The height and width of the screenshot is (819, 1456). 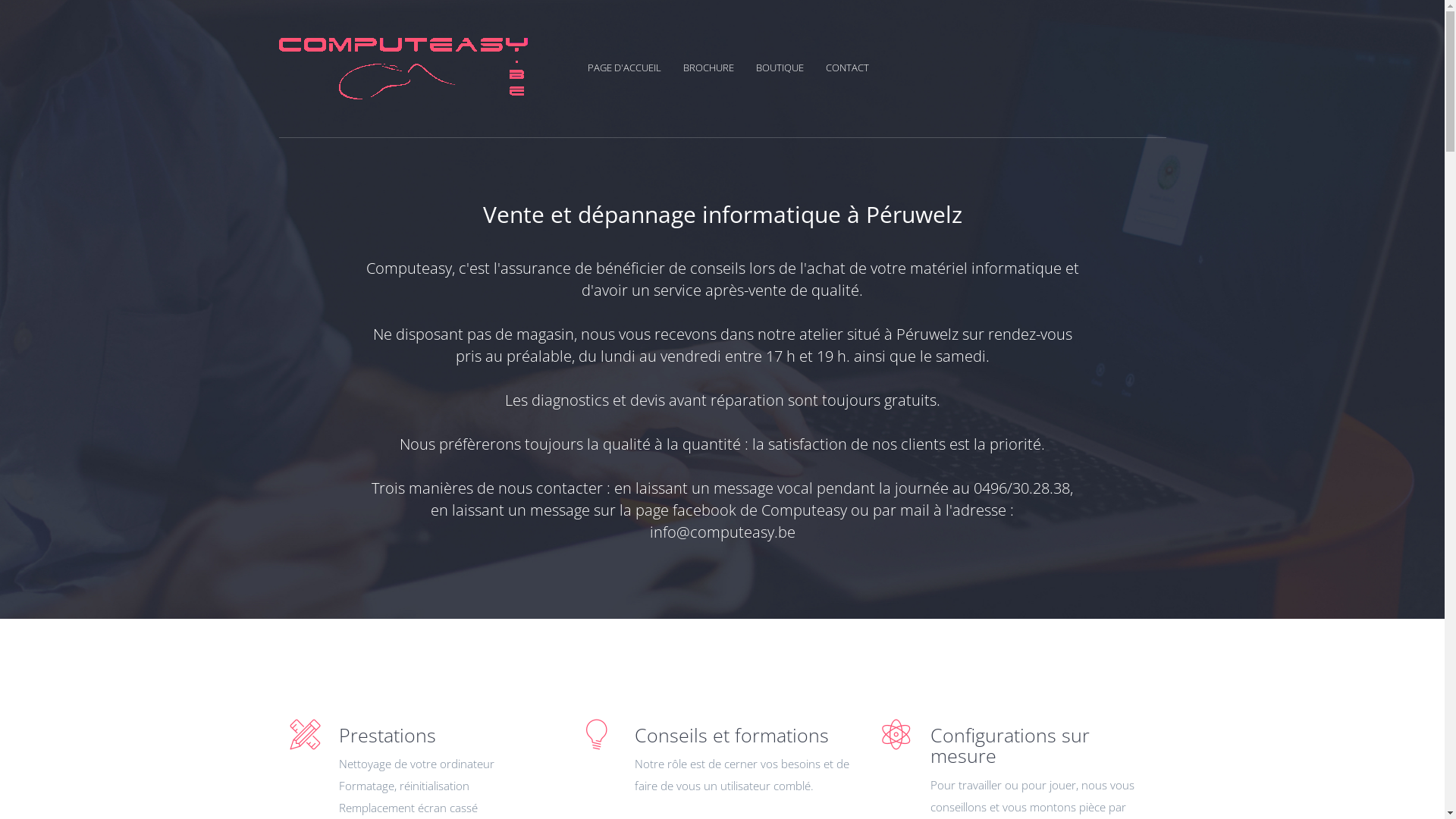 What do you see at coordinates (846, 66) in the screenshot?
I see `'CONTACT'` at bounding box center [846, 66].